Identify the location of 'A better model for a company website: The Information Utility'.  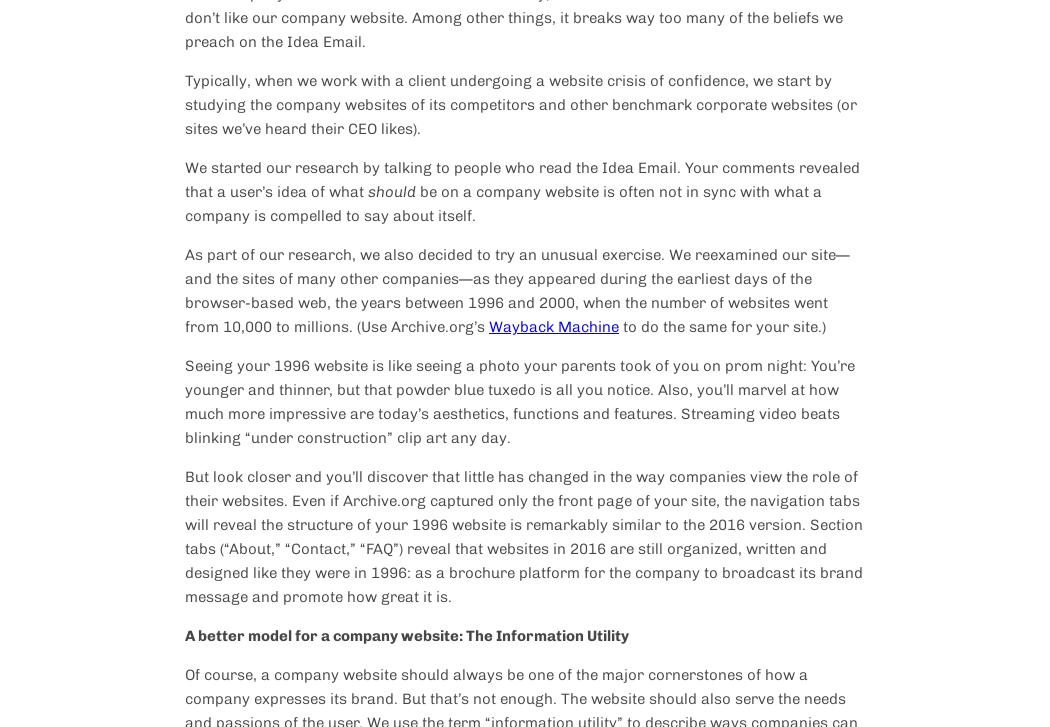
(406, 634).